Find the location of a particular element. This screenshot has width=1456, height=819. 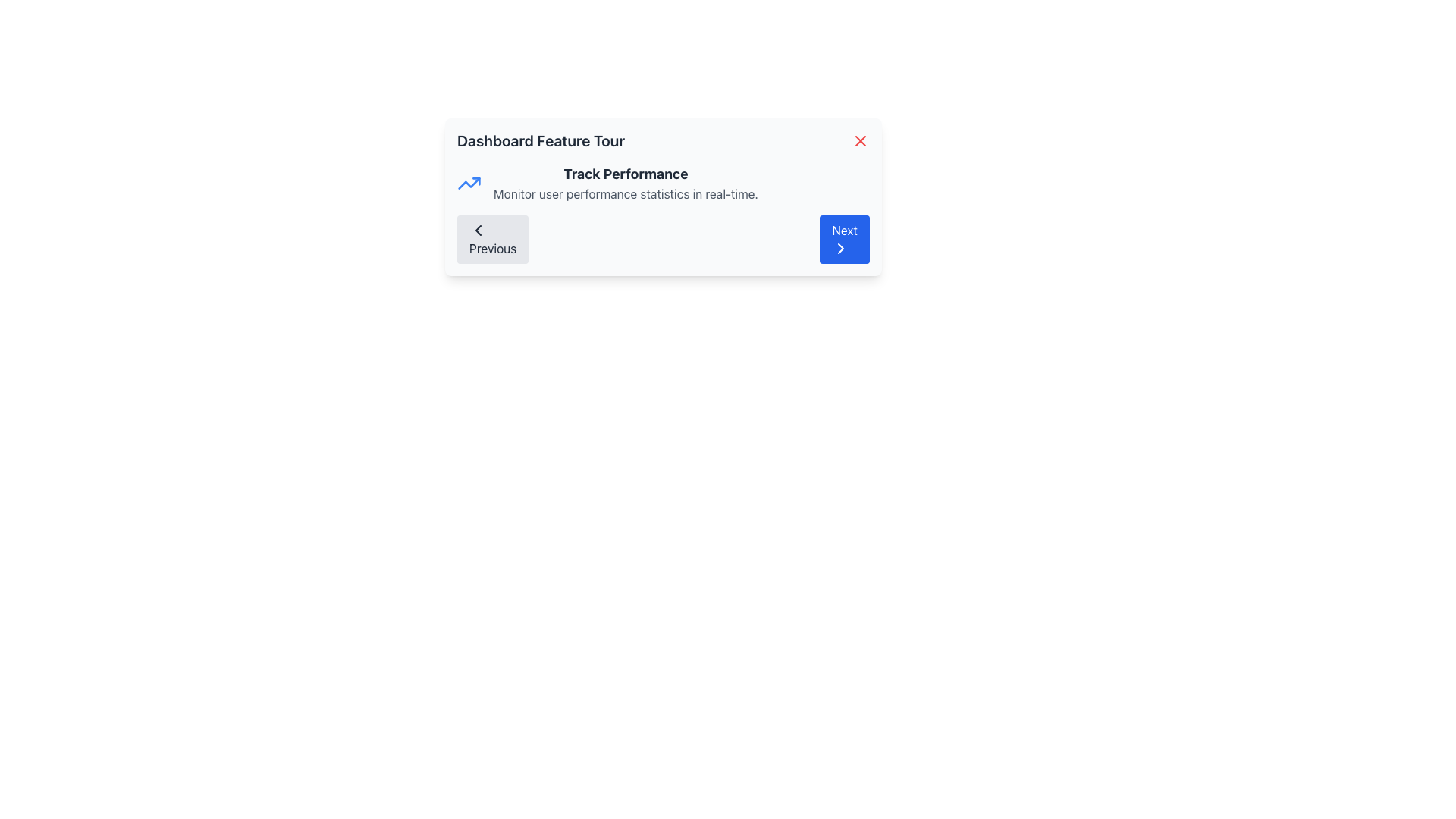

the visual indicator icon located at the center of the 'Next' button in the bottom-right of the interface, which is part of the navigation panel within a dialogue box is located at coordinates (840, 247).